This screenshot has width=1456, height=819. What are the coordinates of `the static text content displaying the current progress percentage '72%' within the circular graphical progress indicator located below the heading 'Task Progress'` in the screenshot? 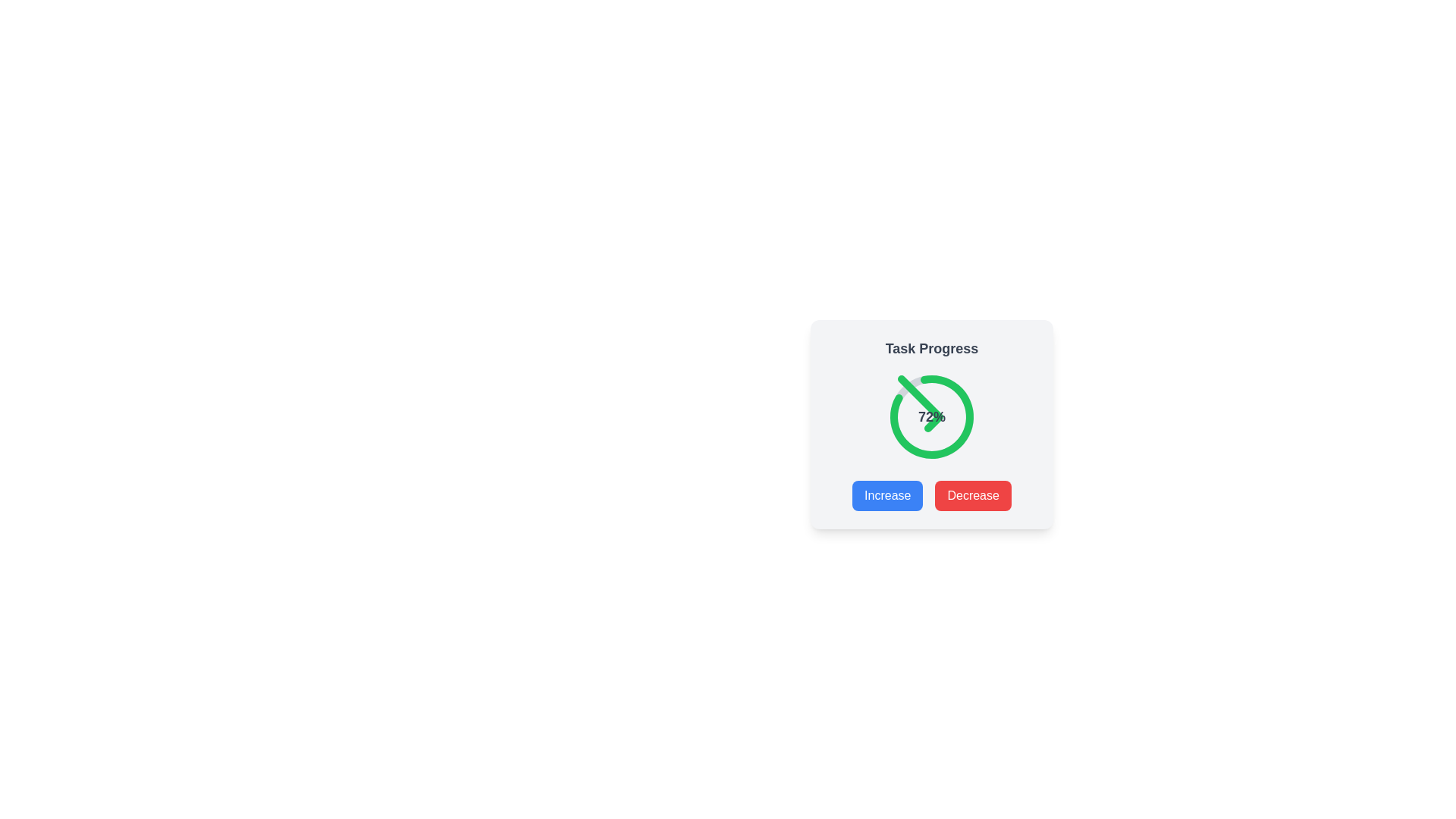 It's located at (930, 417).